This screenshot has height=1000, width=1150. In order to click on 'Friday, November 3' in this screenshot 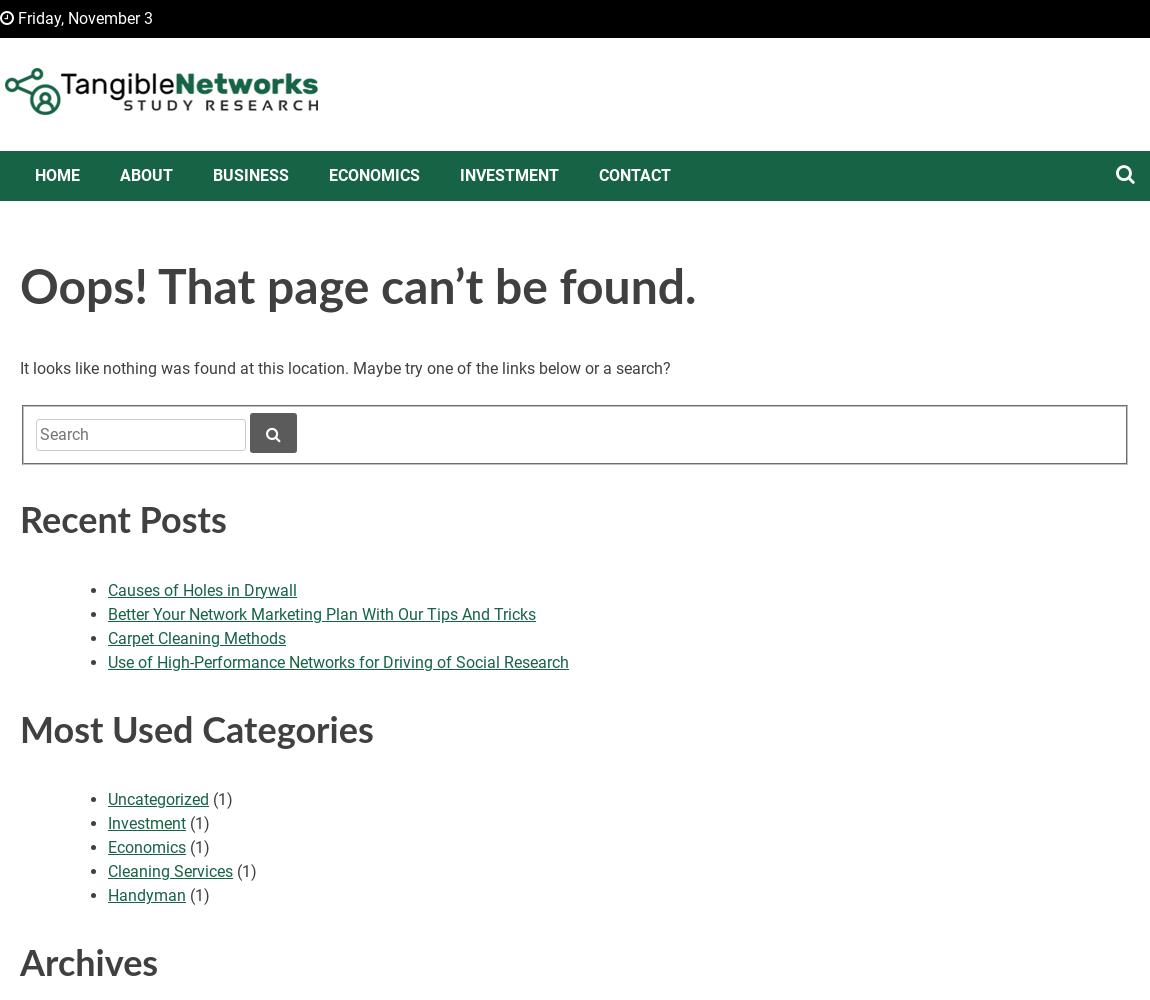, I will do `click(82, 18)`.